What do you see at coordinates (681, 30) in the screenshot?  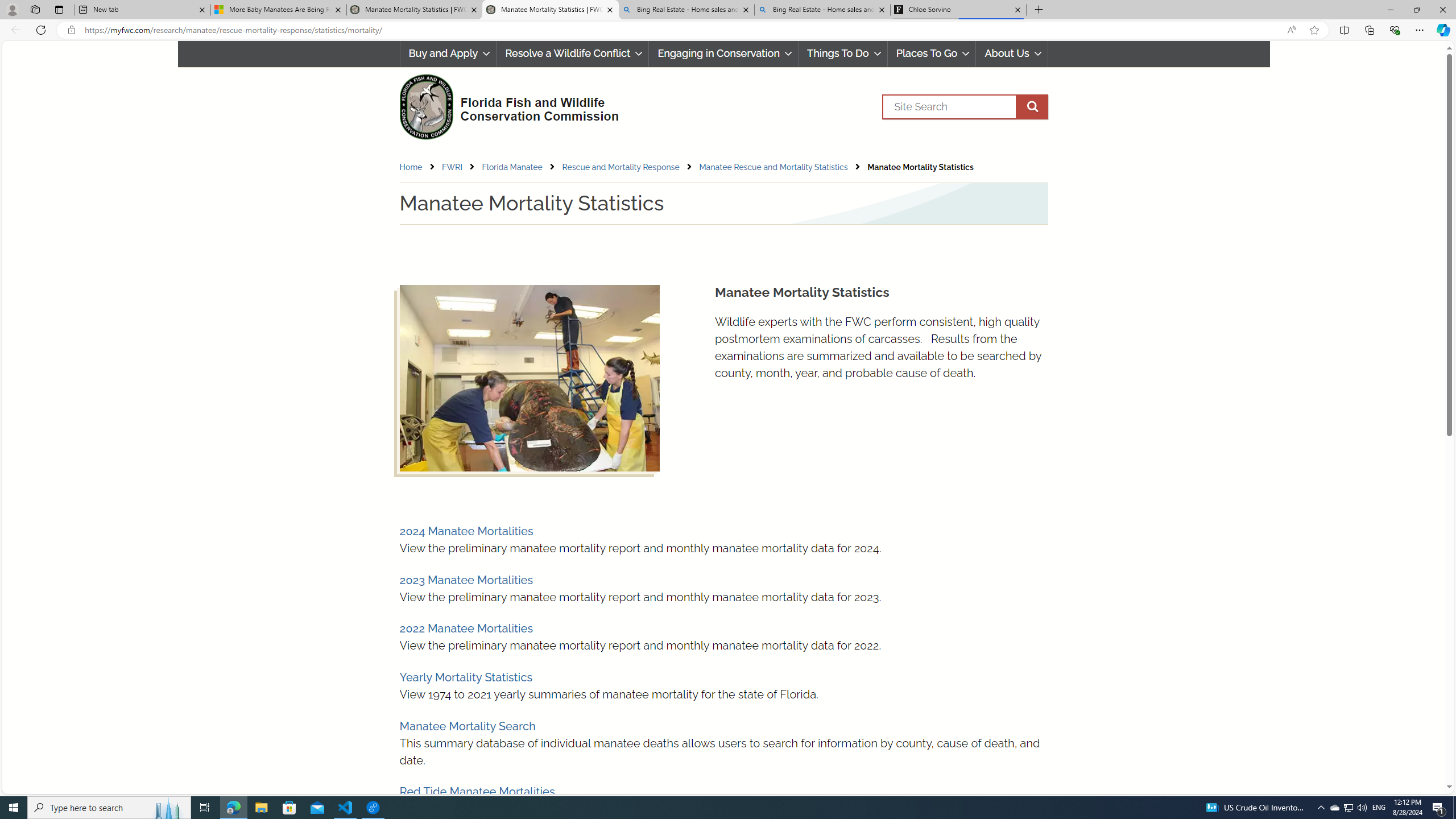 I see `'Address and search bar'` at bounding box center [681, 30].